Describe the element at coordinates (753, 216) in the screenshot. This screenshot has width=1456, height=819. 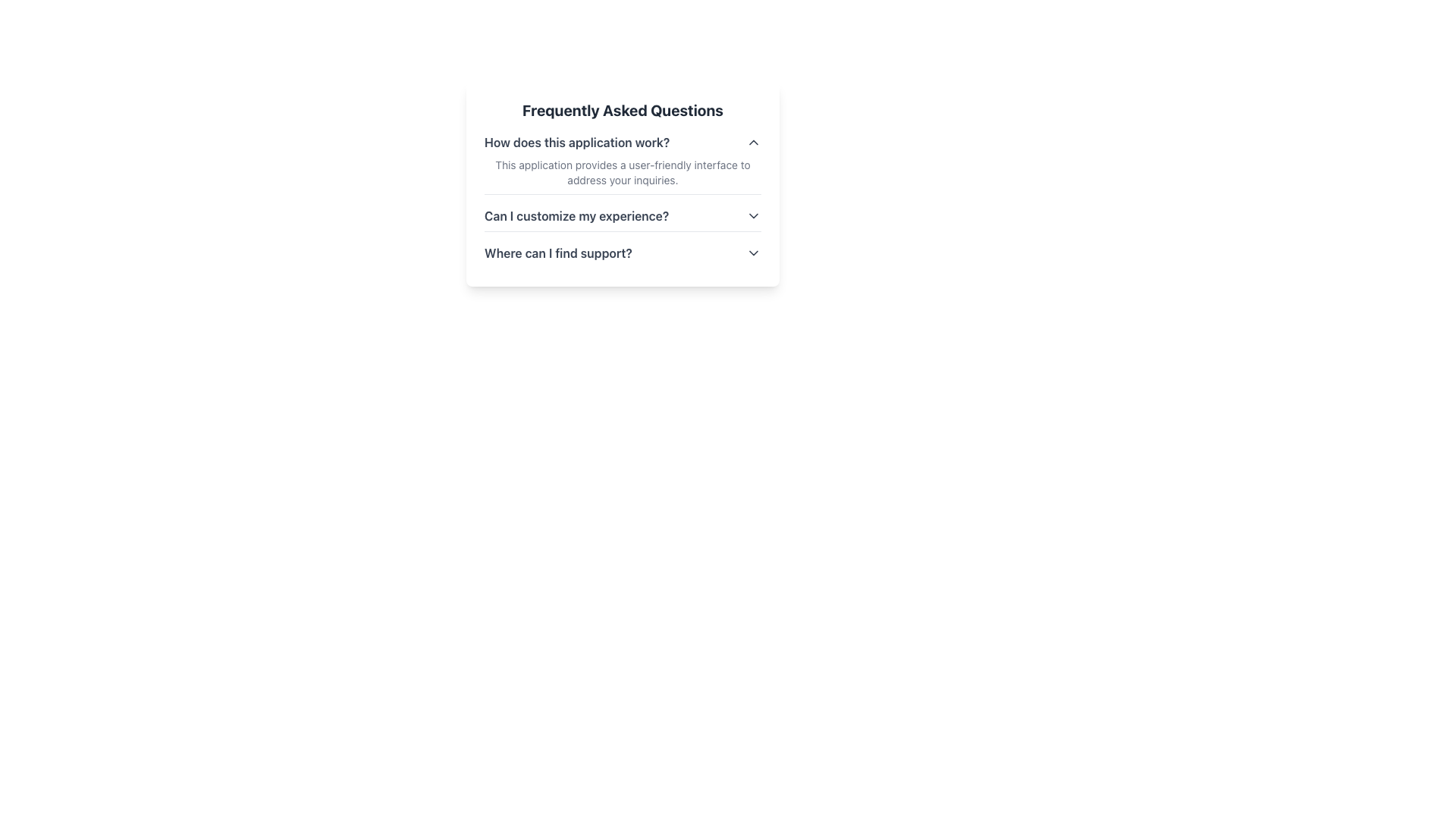
I see `the expandable/collapsible icon located to the right of the text 'Can I customize my experience?'` at that location.